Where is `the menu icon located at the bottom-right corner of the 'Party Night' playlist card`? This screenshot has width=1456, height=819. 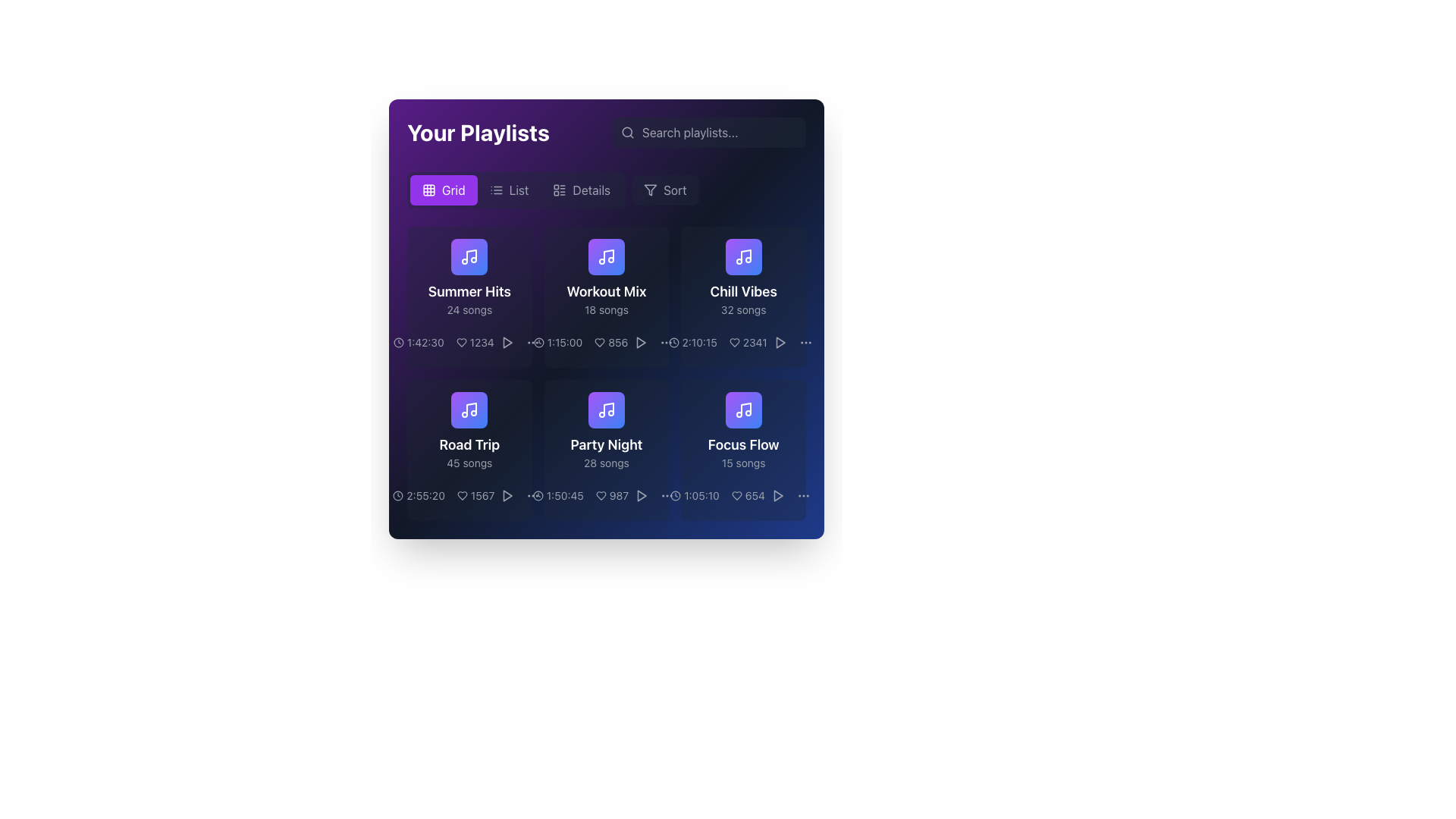
the menu icon located at the bottom-right corner of the 'Party Night' playlist card is located at coordinates (532, 496).